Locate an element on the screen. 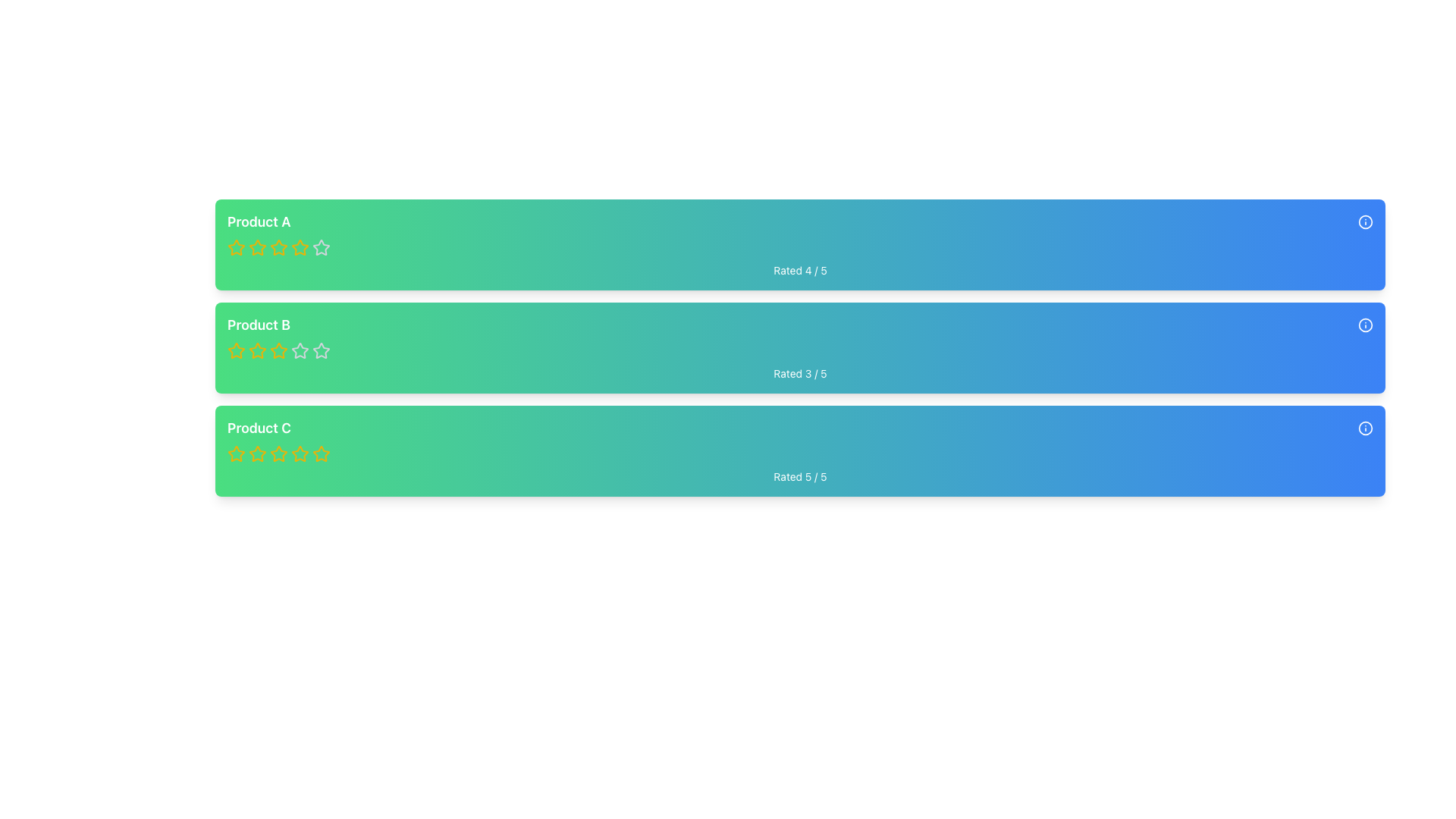 The image size is (1456, 819). the third star rating icon with a bright yellow border located beside the text 'Product A' in the topmost green gradient section is located at coordinates (258, 247).